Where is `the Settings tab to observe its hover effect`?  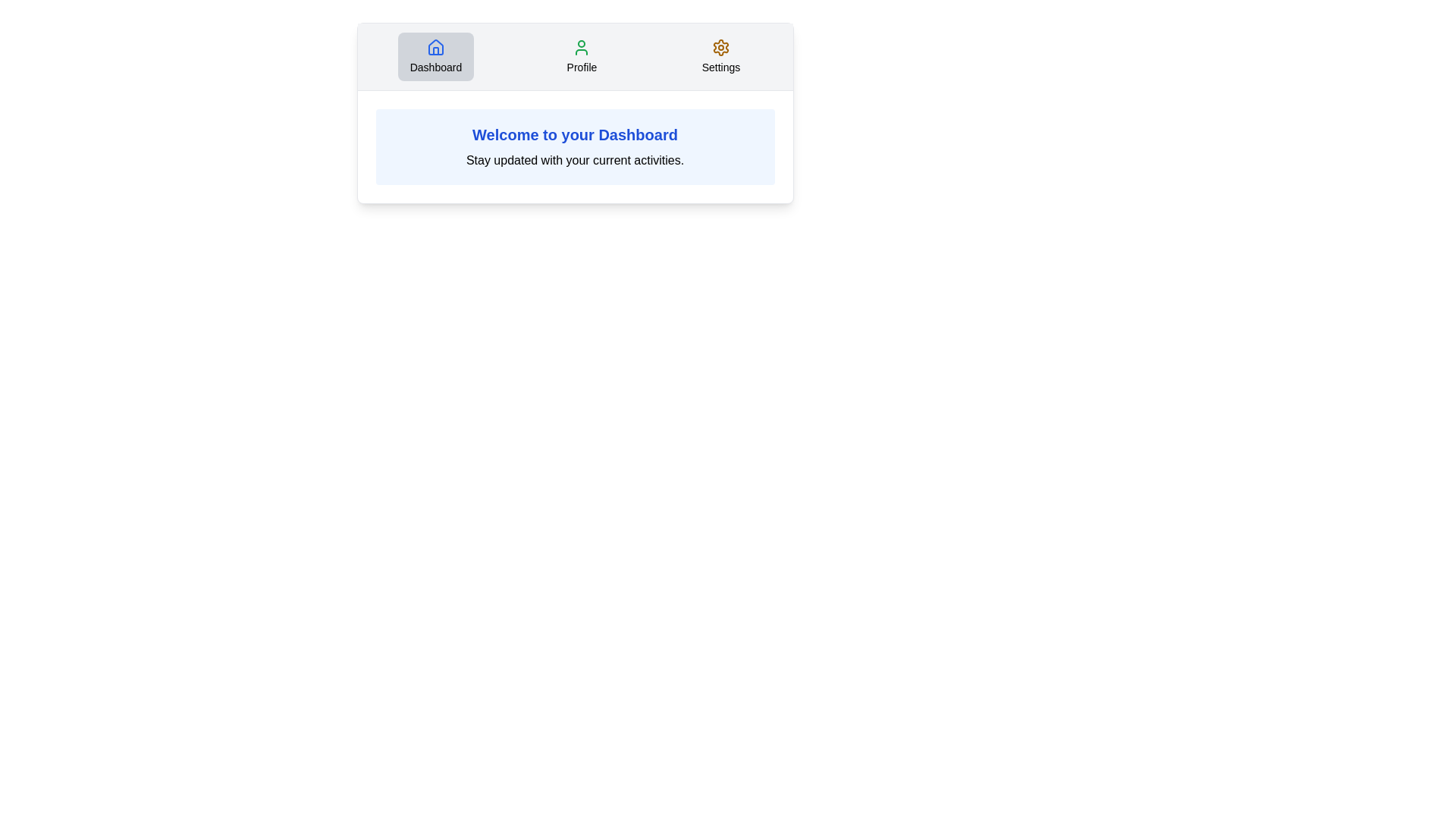 the Settings tab to observe its hover effect is located at coordinates (720, 55).